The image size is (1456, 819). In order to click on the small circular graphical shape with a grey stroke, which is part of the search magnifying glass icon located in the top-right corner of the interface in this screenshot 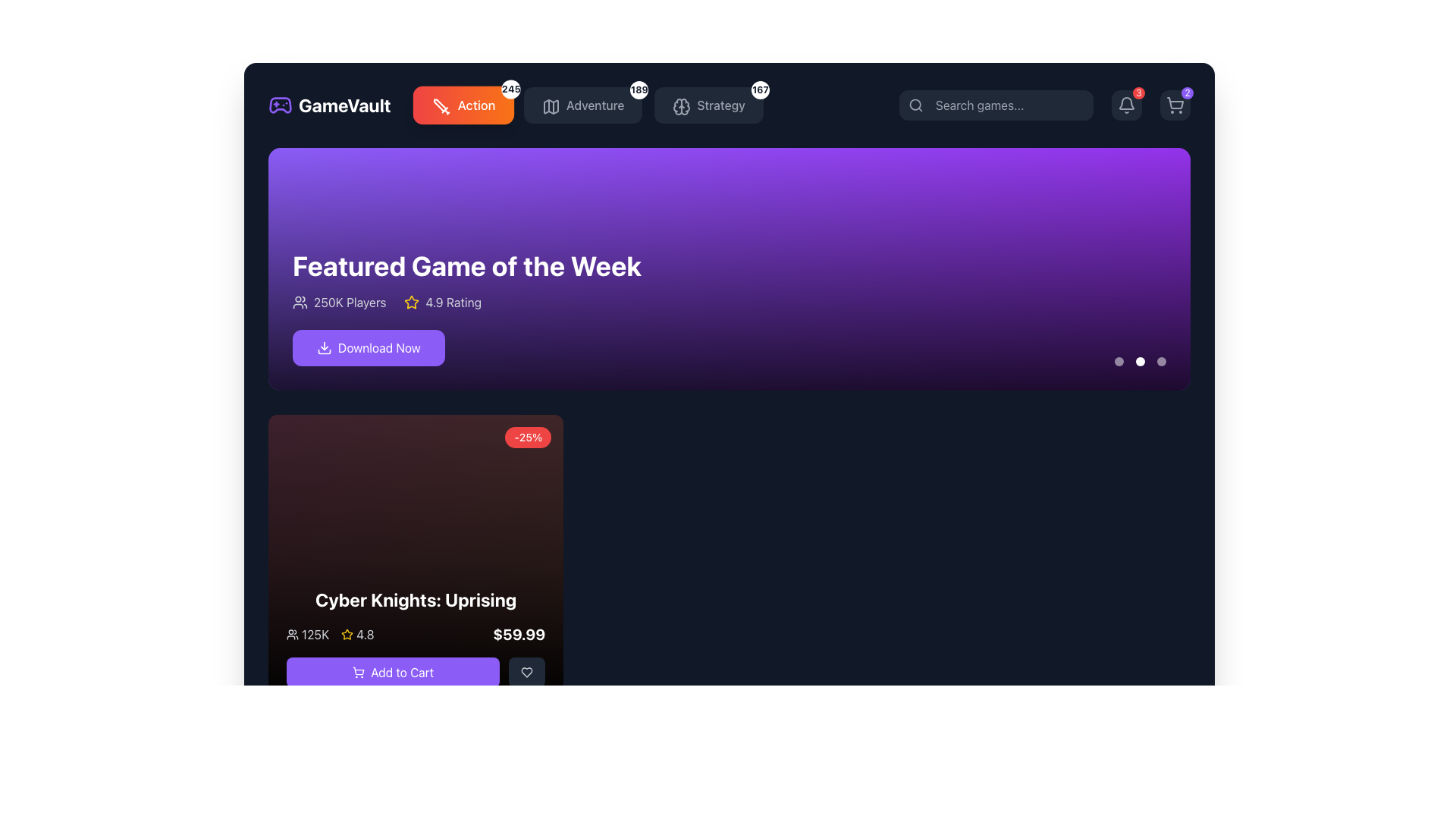, I will do `click(915, 104)`.